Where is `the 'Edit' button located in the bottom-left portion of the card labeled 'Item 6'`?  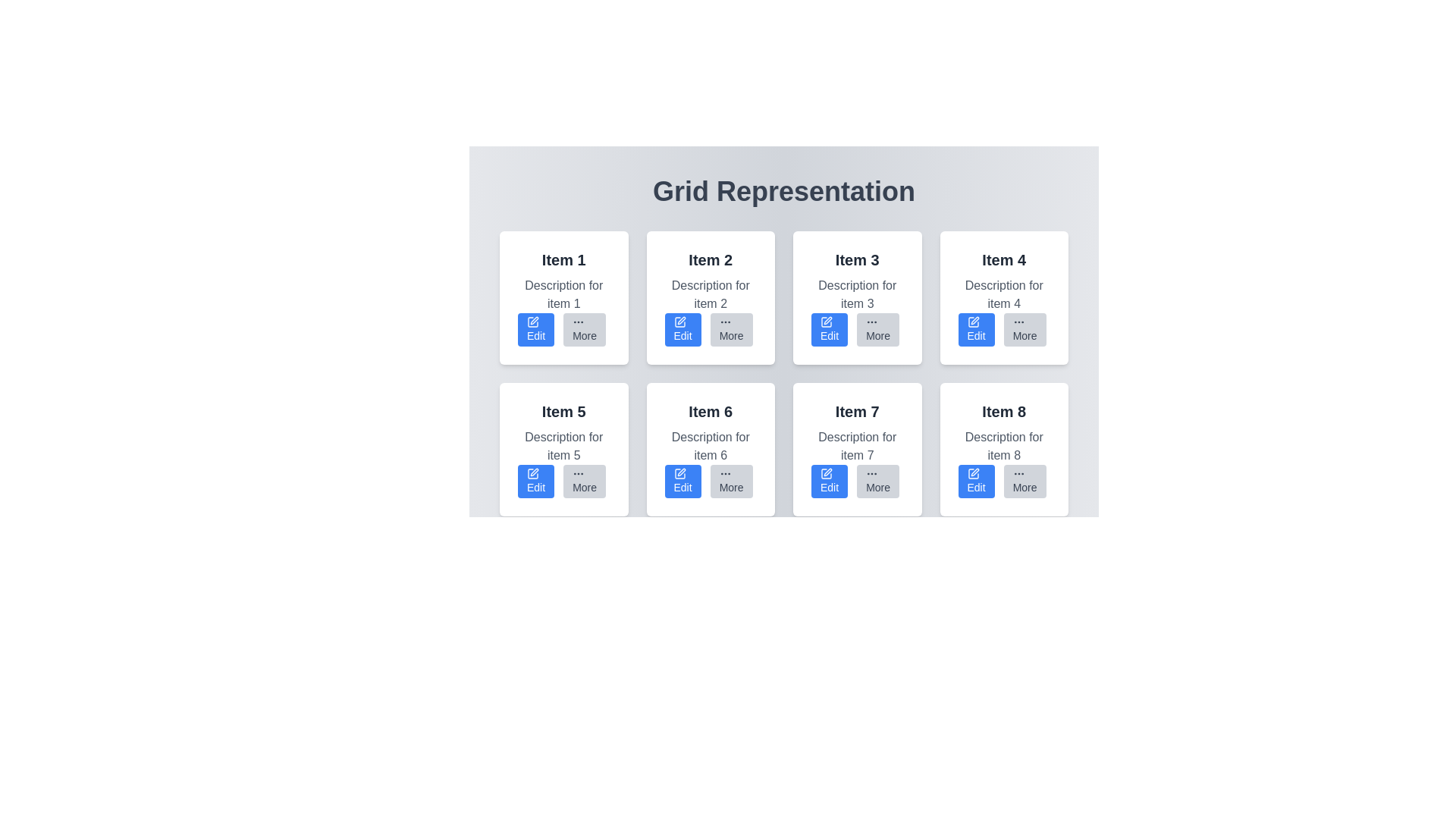
the 'Edit' button located in the bottom-left portion of the card labeled 'Item 6' is located at coordinates (682, 482).